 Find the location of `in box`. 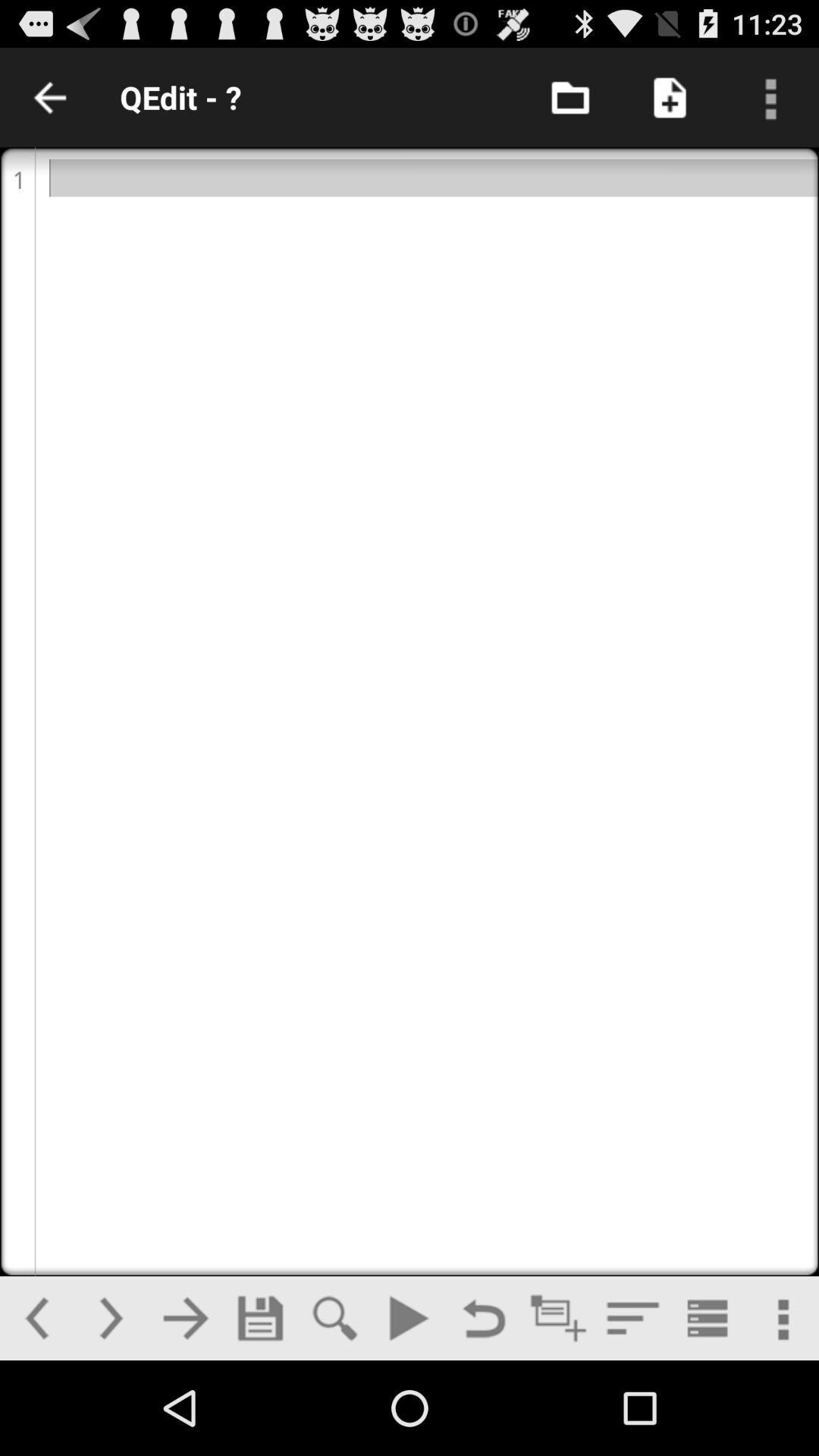

in box is located at coordinates (570, 96).